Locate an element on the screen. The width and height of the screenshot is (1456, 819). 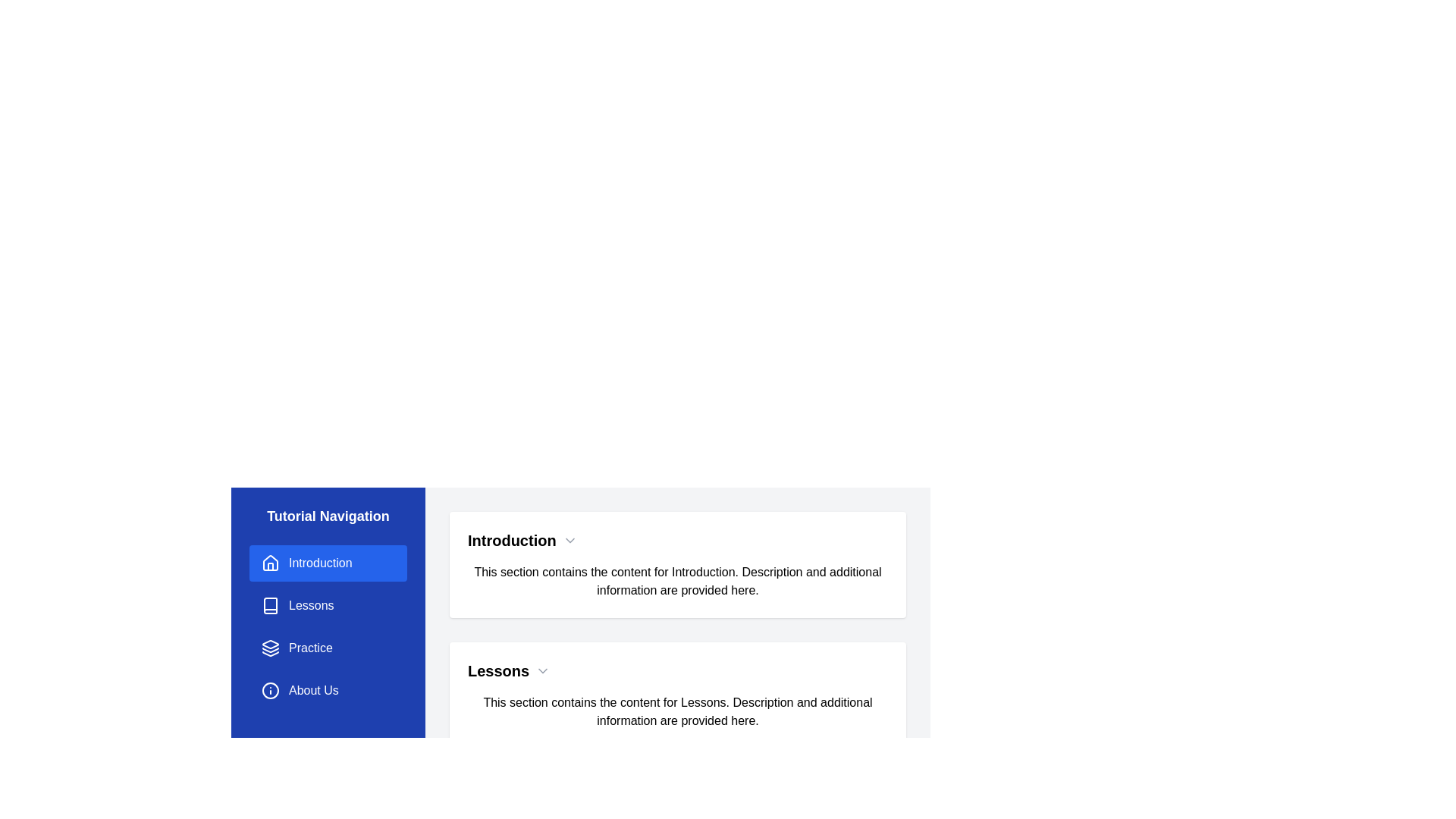
the 'Lessons' navigation button located in the left sidebar is located at coordinates (327, 604).